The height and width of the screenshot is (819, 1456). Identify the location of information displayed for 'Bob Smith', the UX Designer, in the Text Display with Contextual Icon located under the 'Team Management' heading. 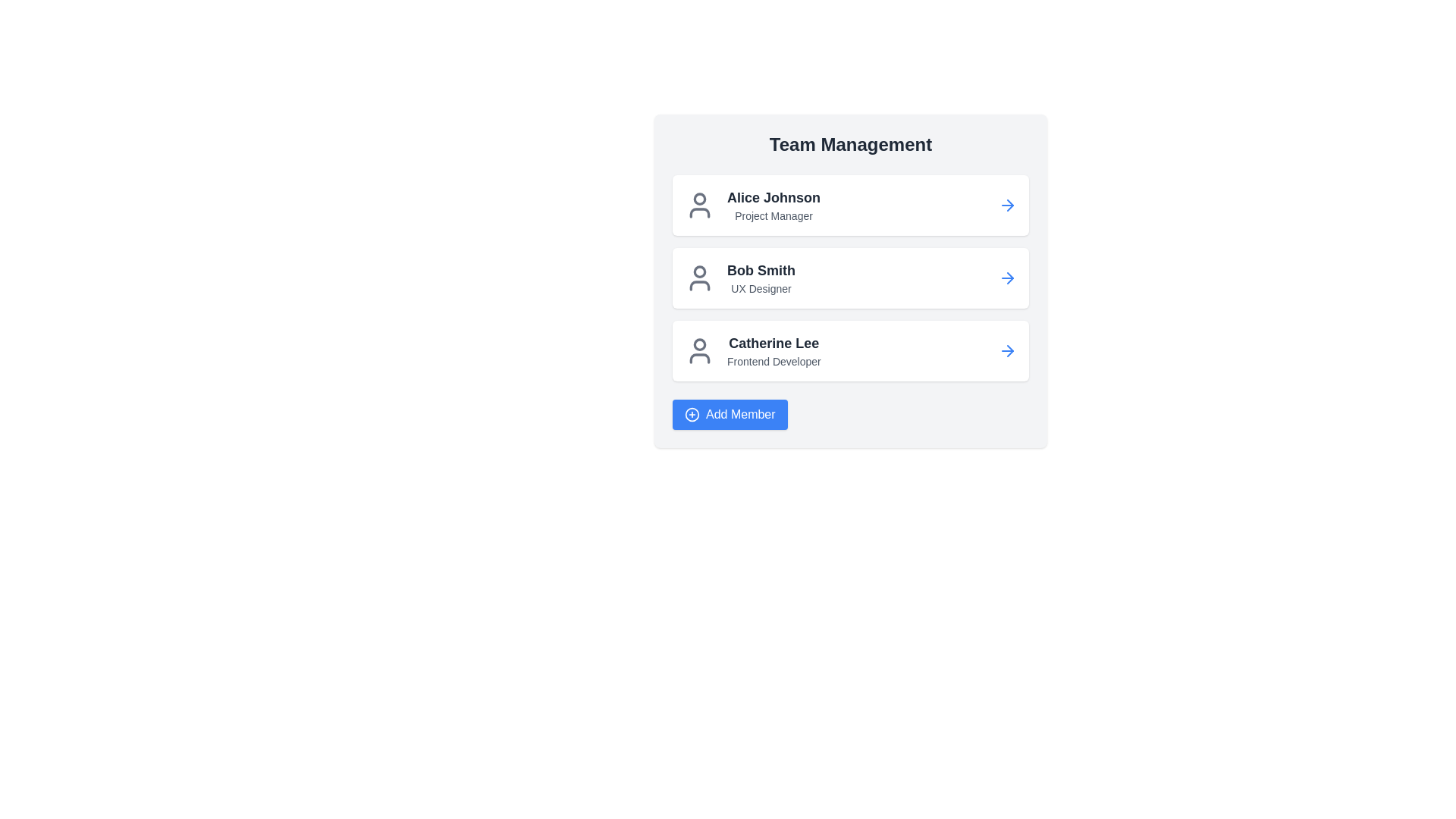
(739, 278).